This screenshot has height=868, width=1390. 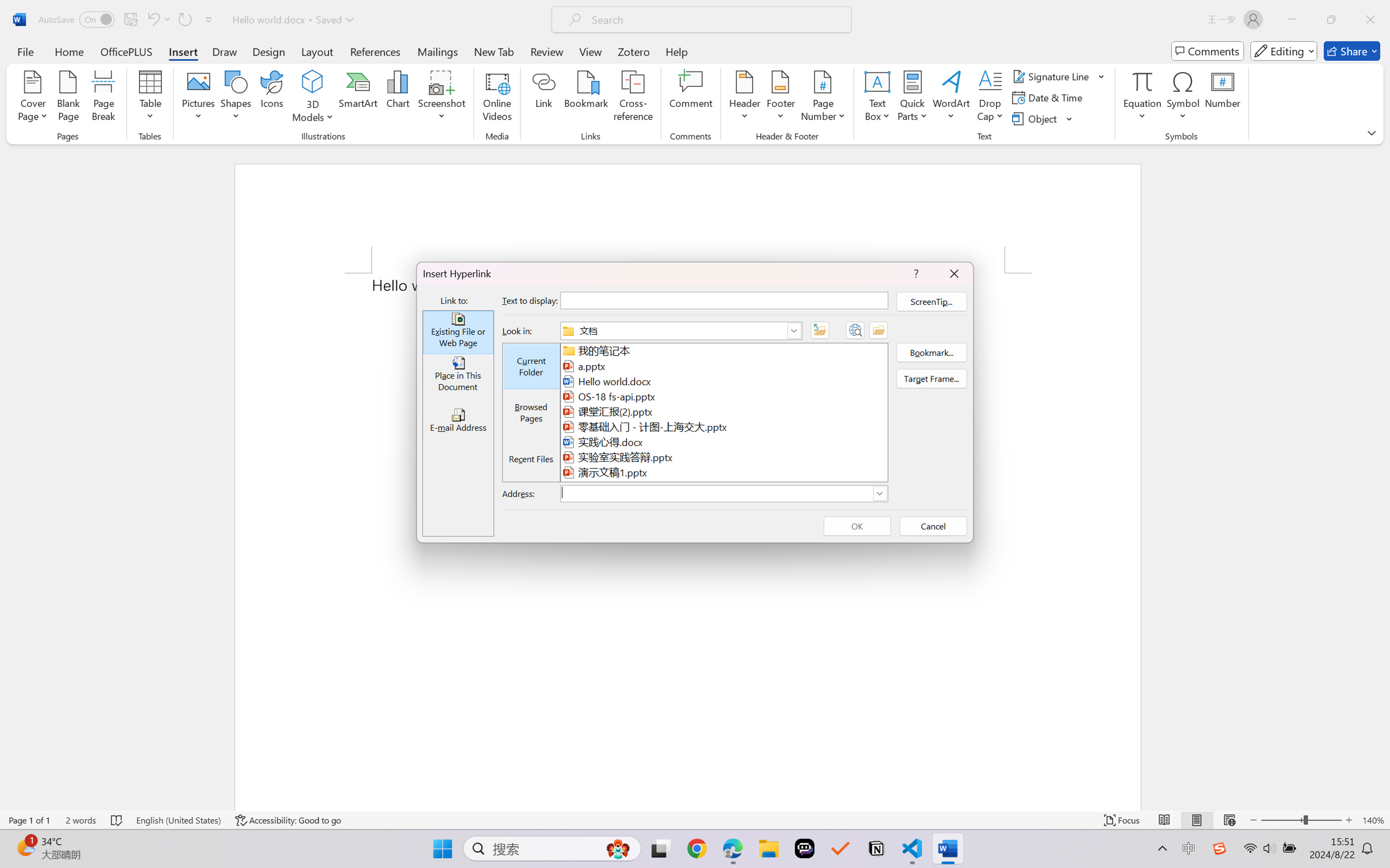 What do you see at coordinates (358, 98) in the screenshot?
I see `'SmartArt...'` at bounding box center [358, 98].